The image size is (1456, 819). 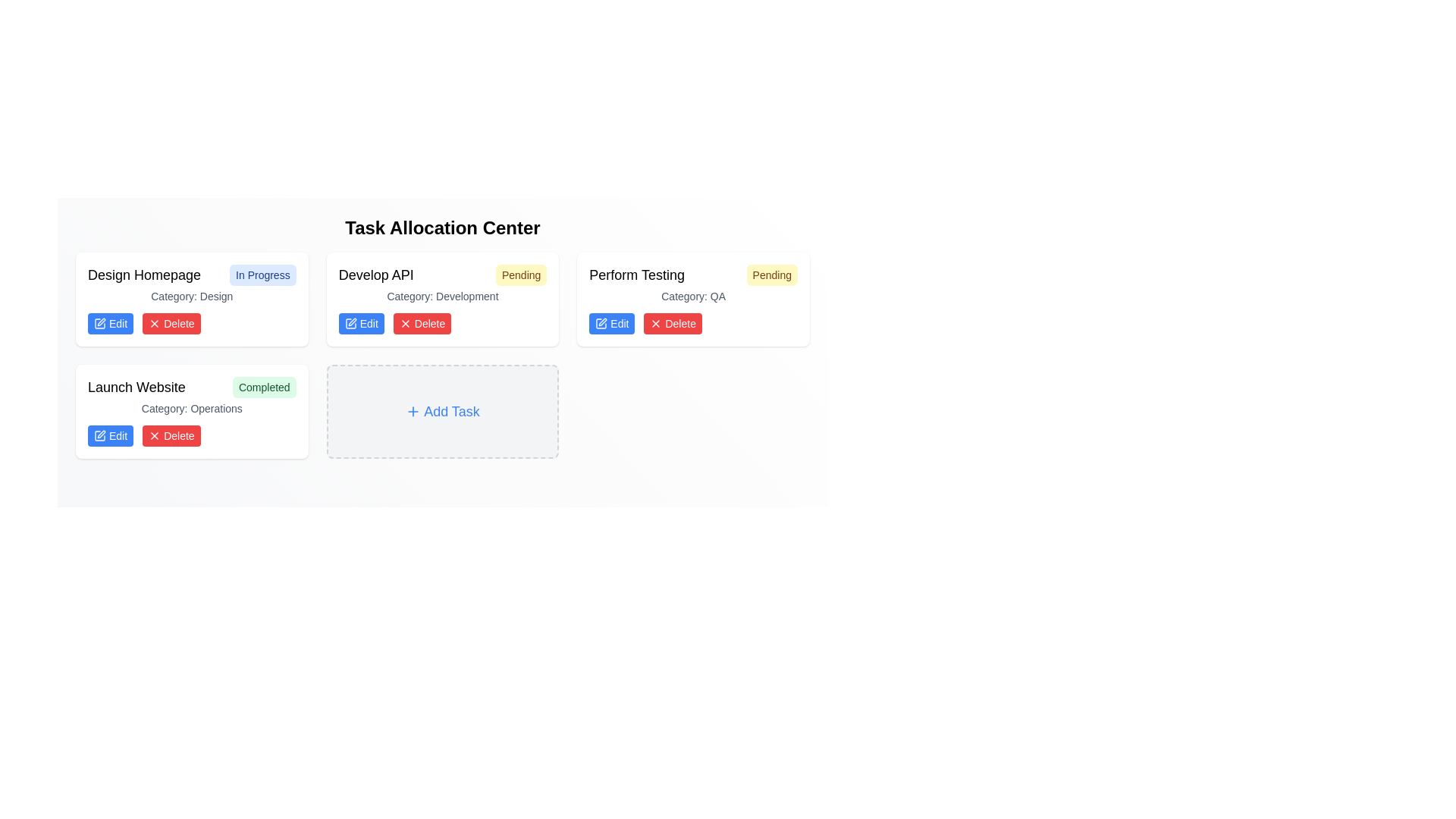 I want to click on the grouped component of buttons labeled 'Edit' and 'Delete', so click(x=692, y=323).